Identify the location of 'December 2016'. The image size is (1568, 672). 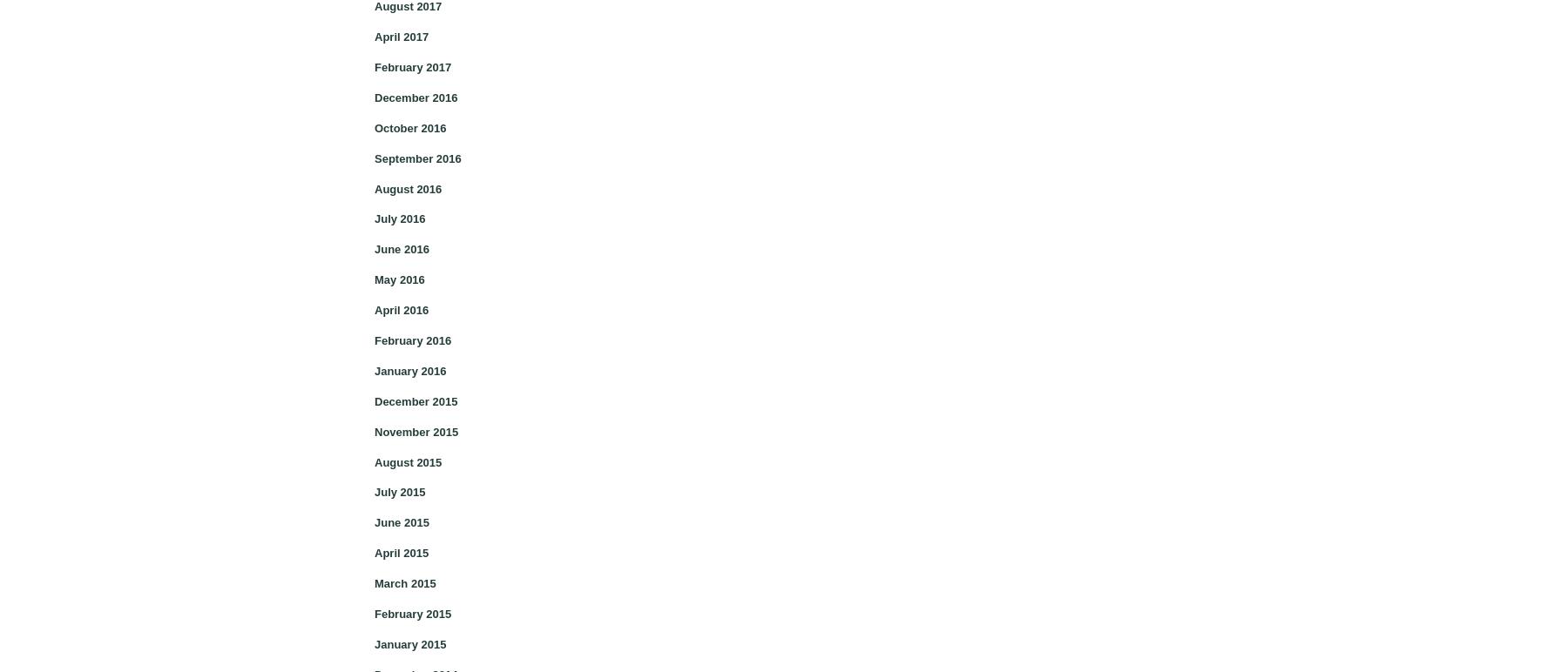
(415, 96).